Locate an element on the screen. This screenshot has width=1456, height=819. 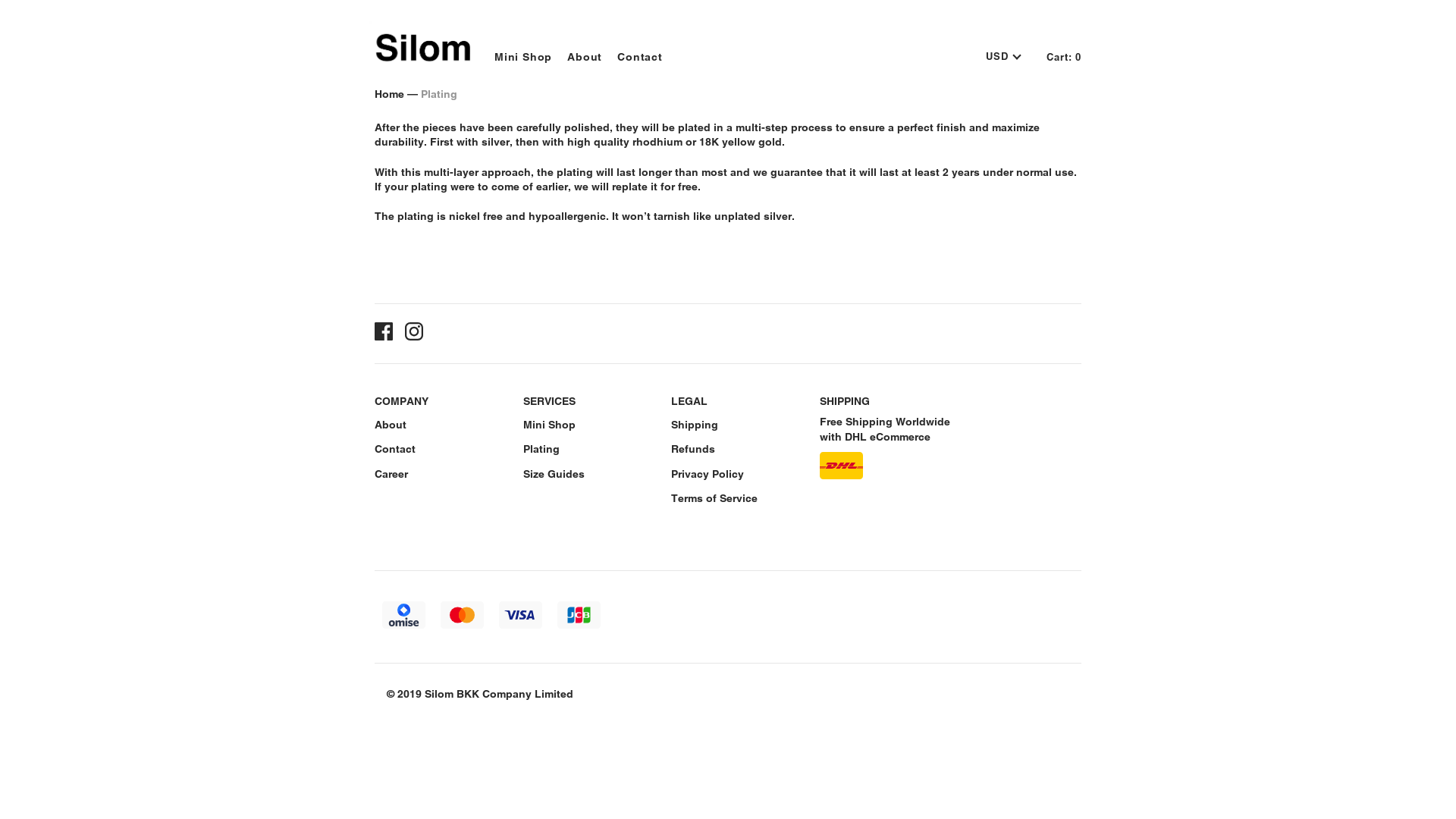
'Cart: 0' is located at coordinates (1062, 55).